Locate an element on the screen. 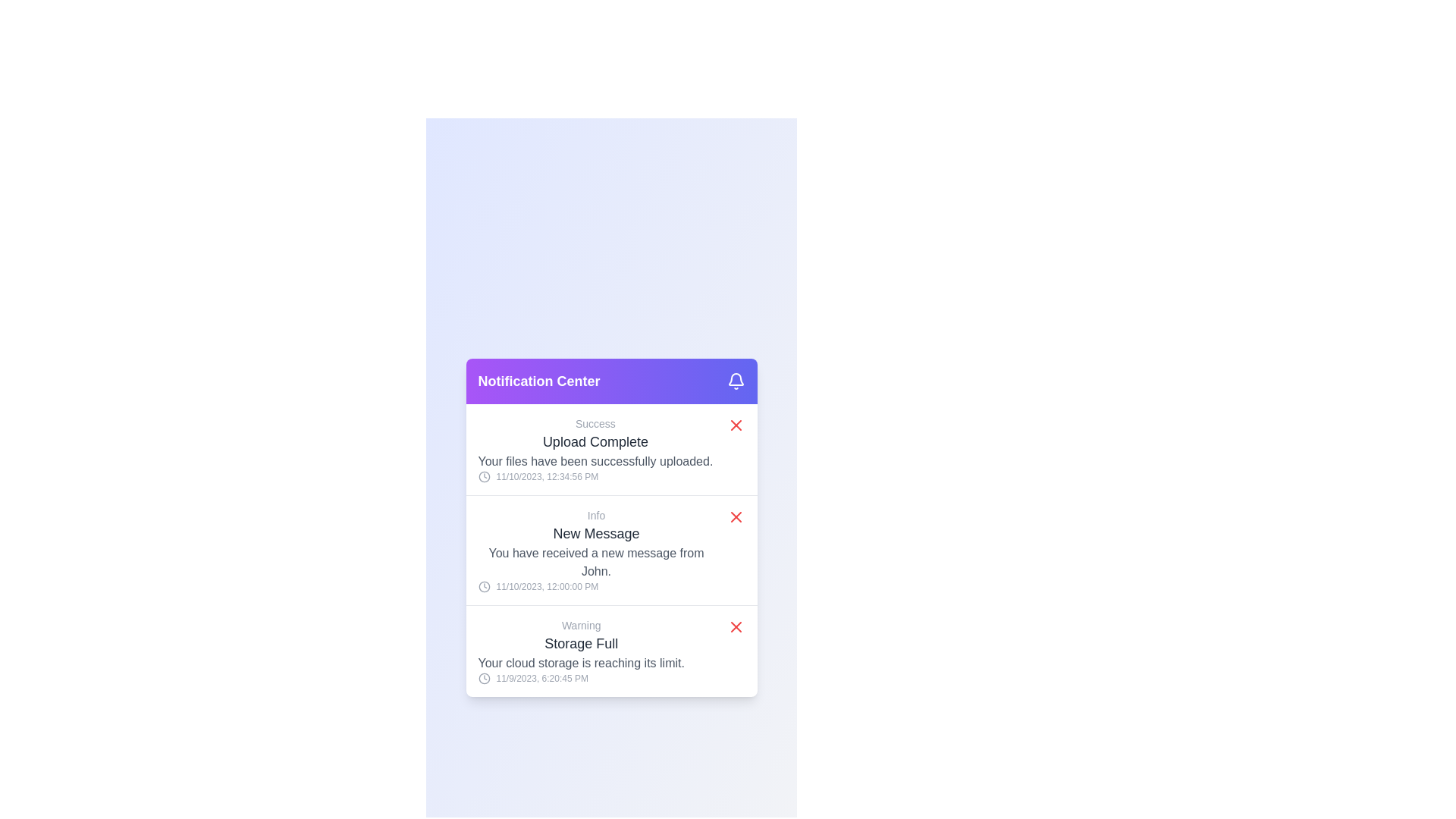 The width and height of the screenshot is (1456, 819). the button located at the far-right end of the 'Storage Full' notification in the notification center modal is located at coordinates (736, 626).